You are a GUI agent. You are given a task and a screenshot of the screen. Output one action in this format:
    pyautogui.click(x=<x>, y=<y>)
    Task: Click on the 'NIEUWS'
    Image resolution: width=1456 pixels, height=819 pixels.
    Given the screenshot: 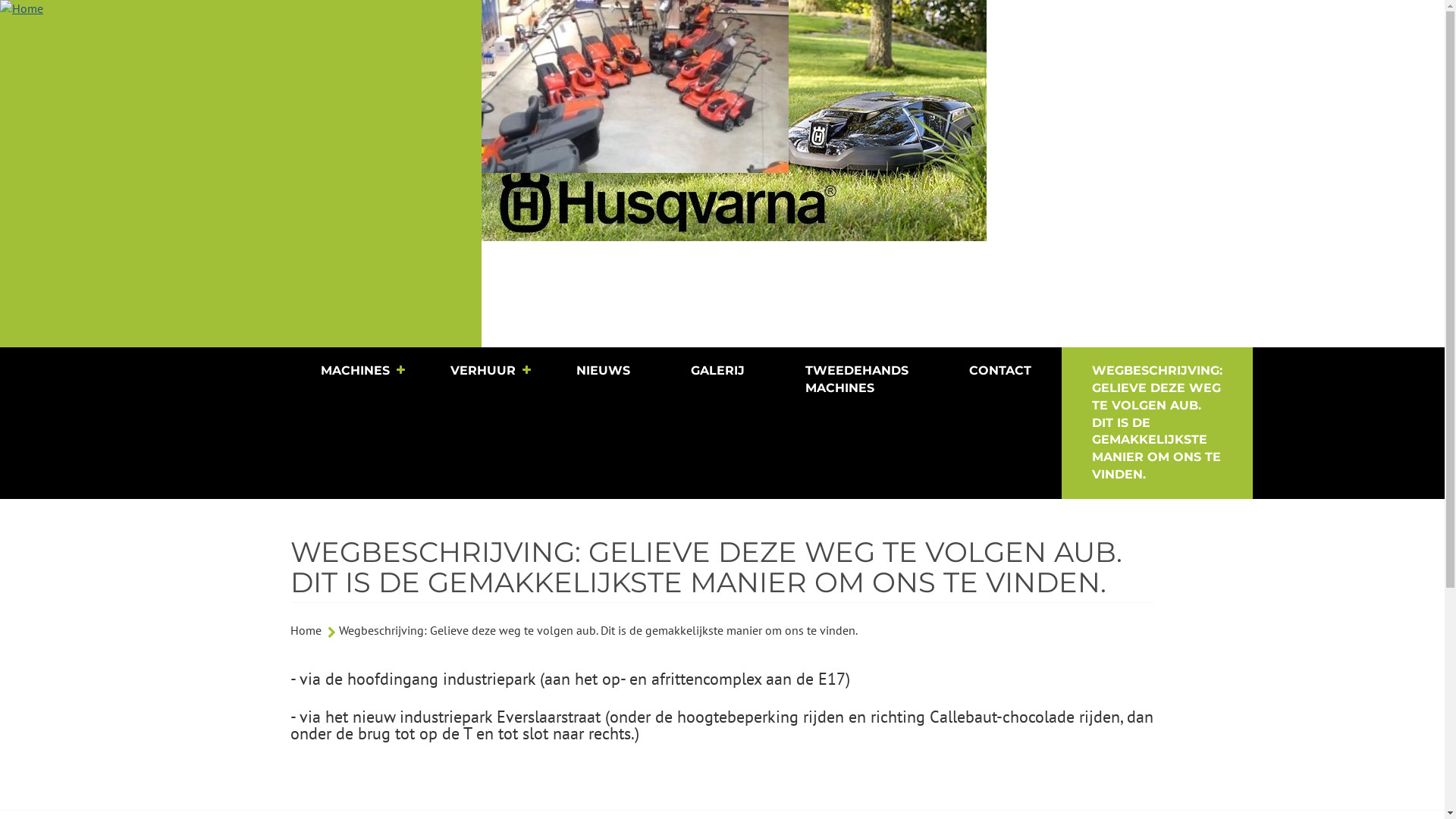 What is the action you would take?
    pyautogui.click(x=602, y=371)
    